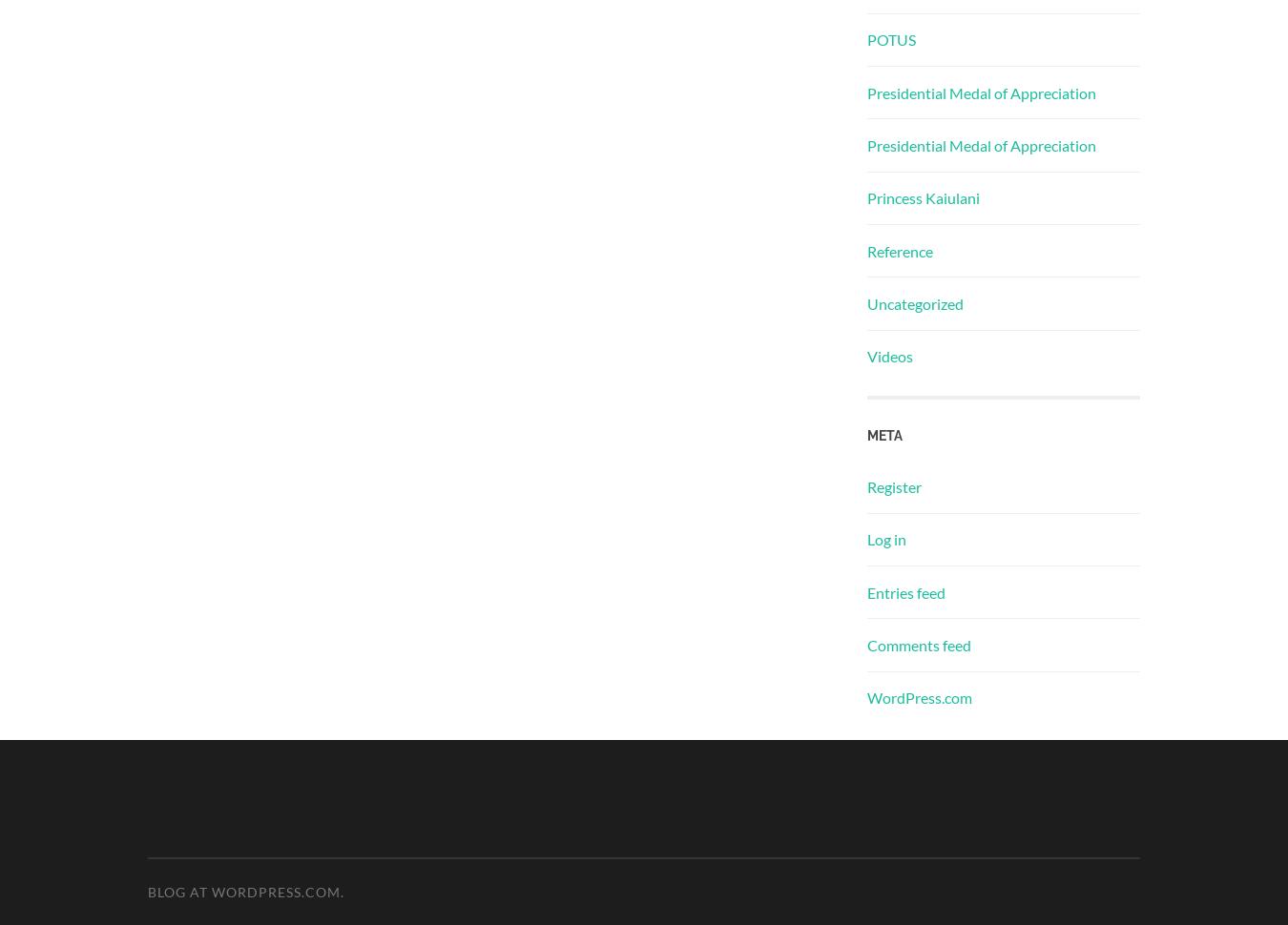 The height and width of the screenshot is (925, 1288). Describe the element at coordinates (890, 39) in the screenshot. I see `'POTUS'` at that location.